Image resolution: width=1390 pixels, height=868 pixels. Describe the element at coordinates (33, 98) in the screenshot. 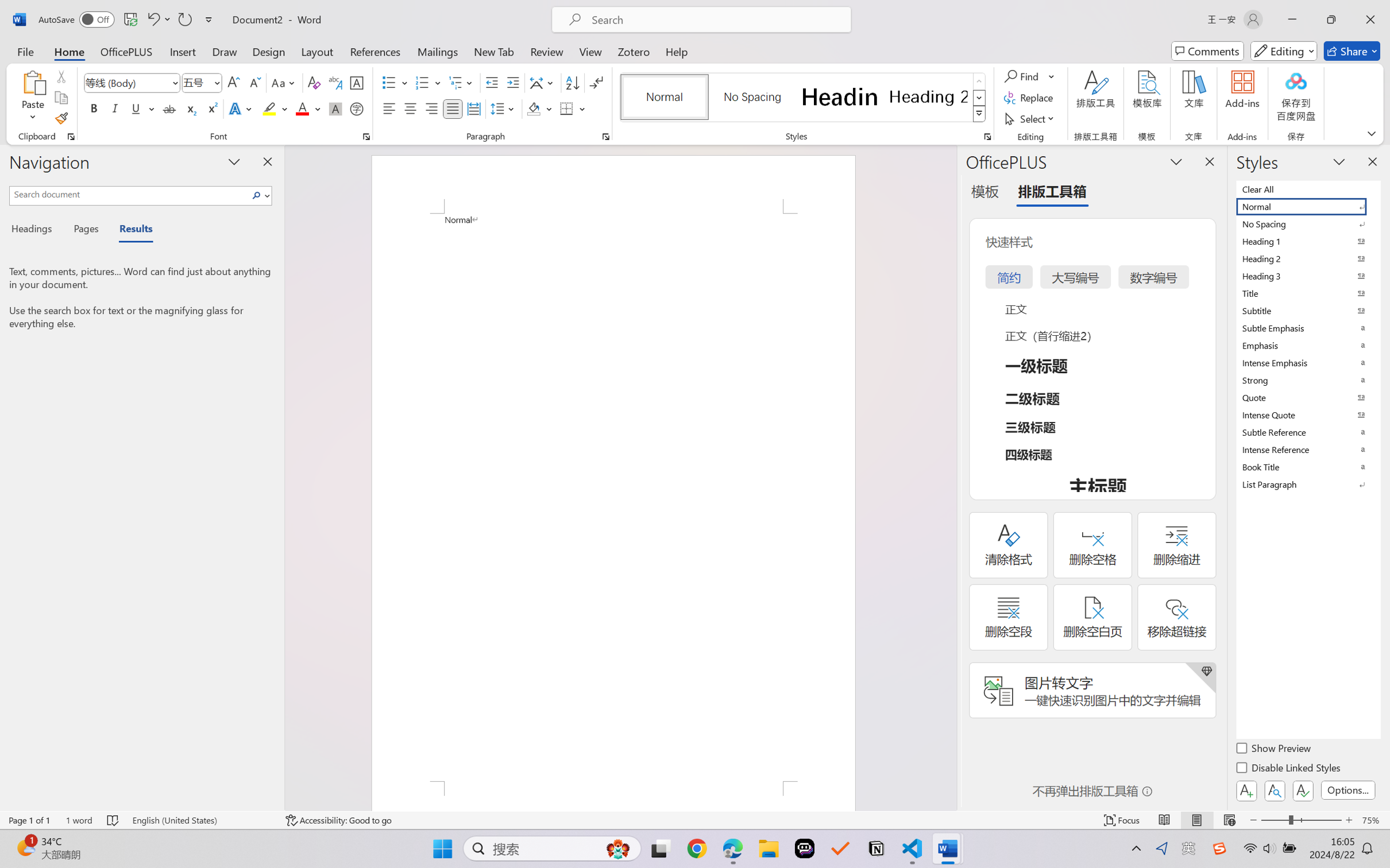

I see `'Paste'` at that location.